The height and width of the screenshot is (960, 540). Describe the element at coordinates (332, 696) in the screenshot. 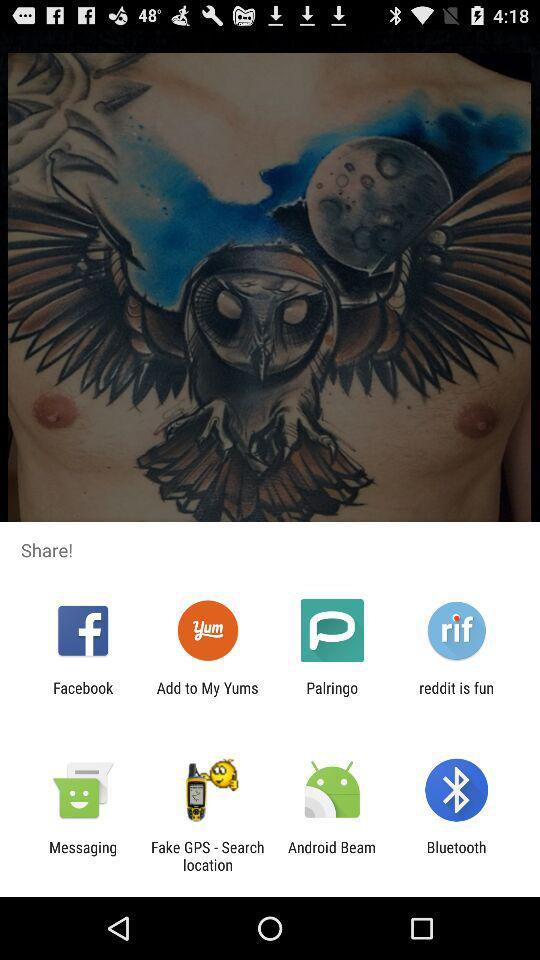

I see `the app next to the add to my app` at that location.